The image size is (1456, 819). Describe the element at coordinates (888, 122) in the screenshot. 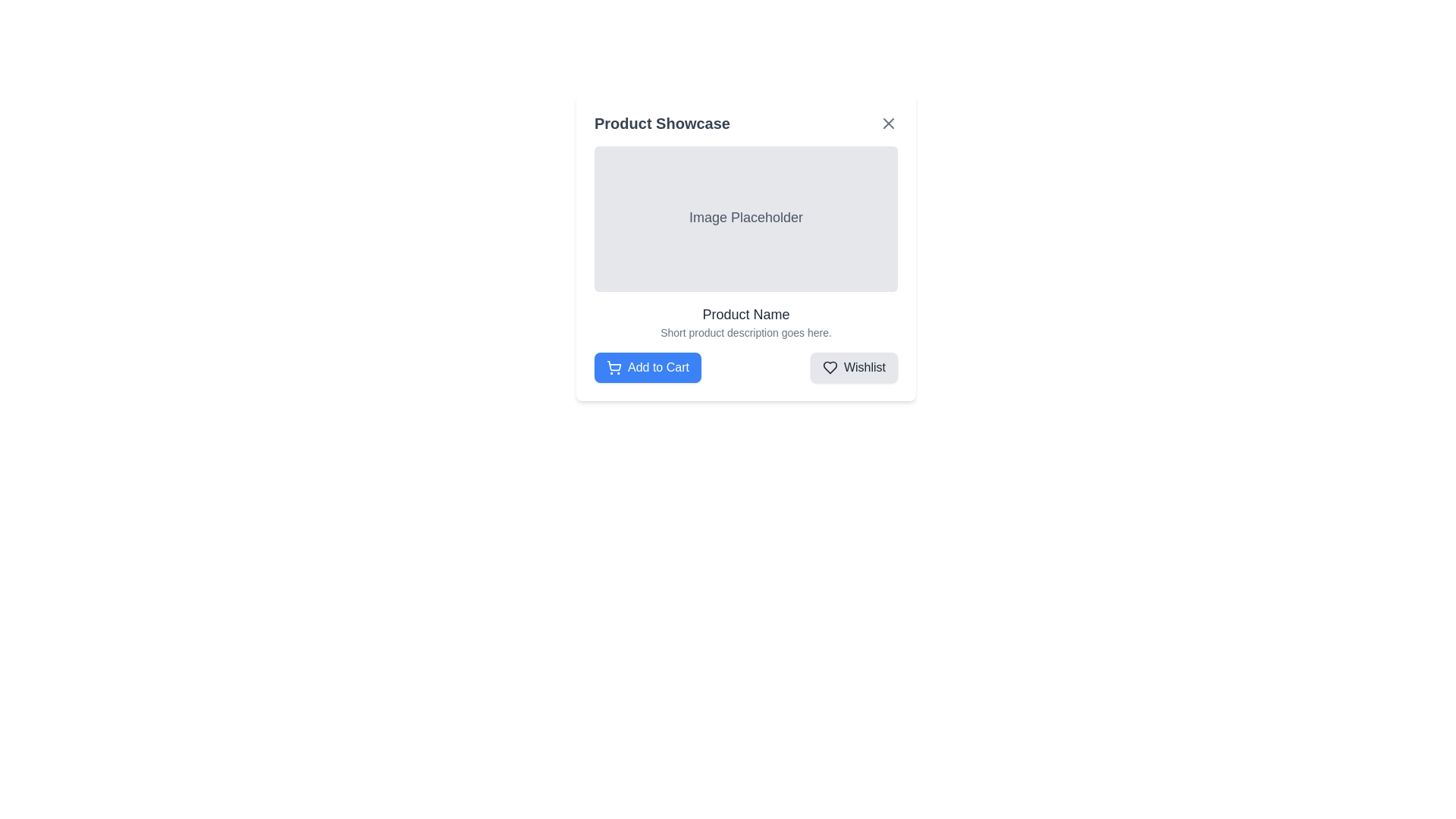

I see `the small rectangular 'X' button located at the top-right corner of the 'Product Showcase' card to observe the color change from gray to red` at that location.